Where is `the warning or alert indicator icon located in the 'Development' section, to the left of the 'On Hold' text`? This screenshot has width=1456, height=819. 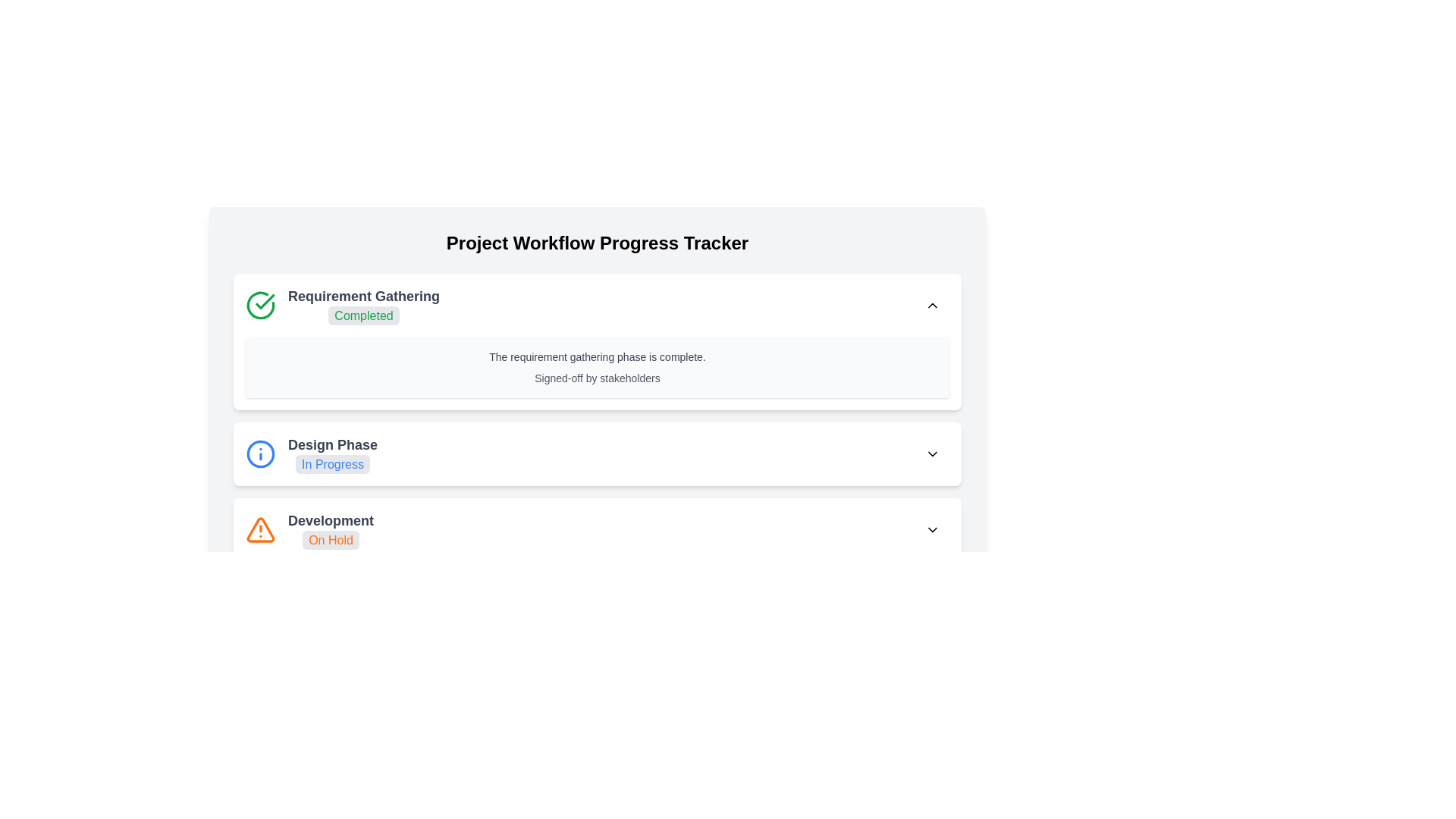
the warning or alert indicator icon located in the 'Development' section, to the left of the 'On Hold' text is located at coordinates (261, 529).